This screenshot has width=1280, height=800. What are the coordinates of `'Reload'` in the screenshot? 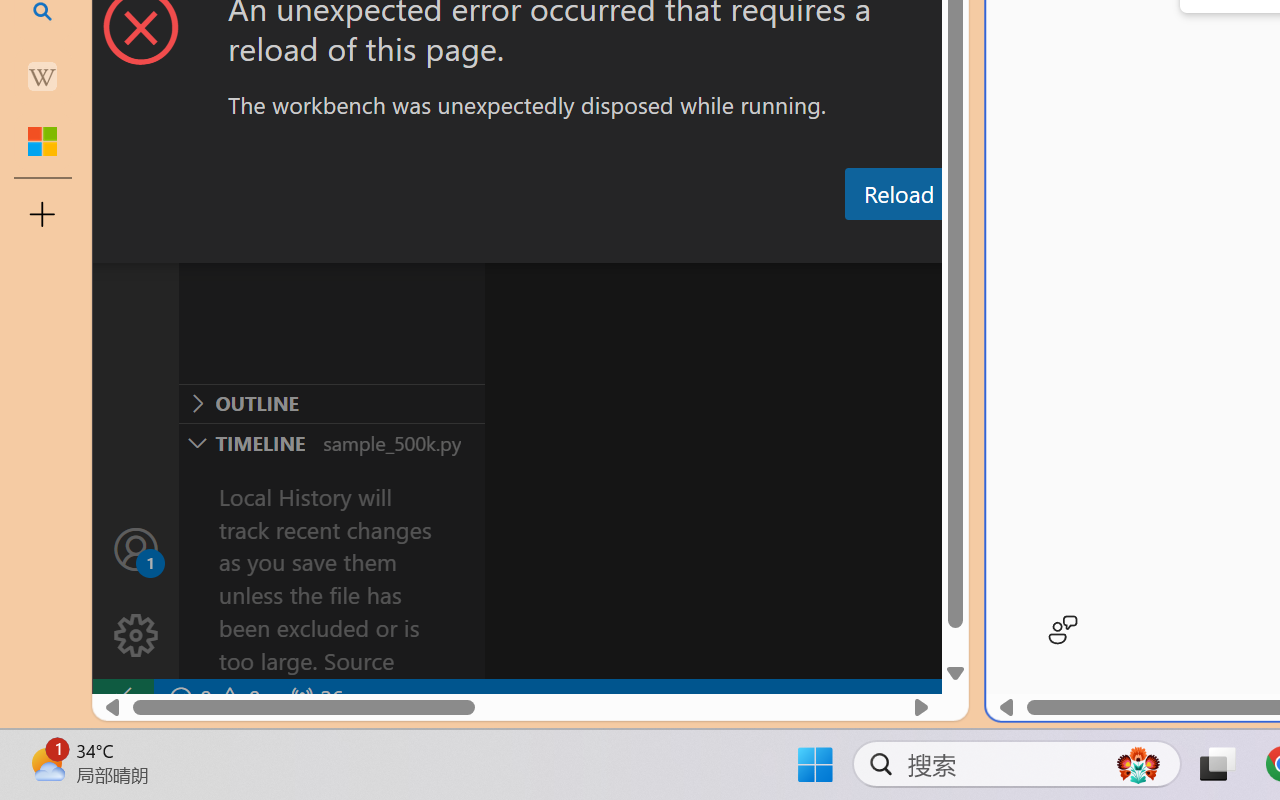 It's located at (897, 192).